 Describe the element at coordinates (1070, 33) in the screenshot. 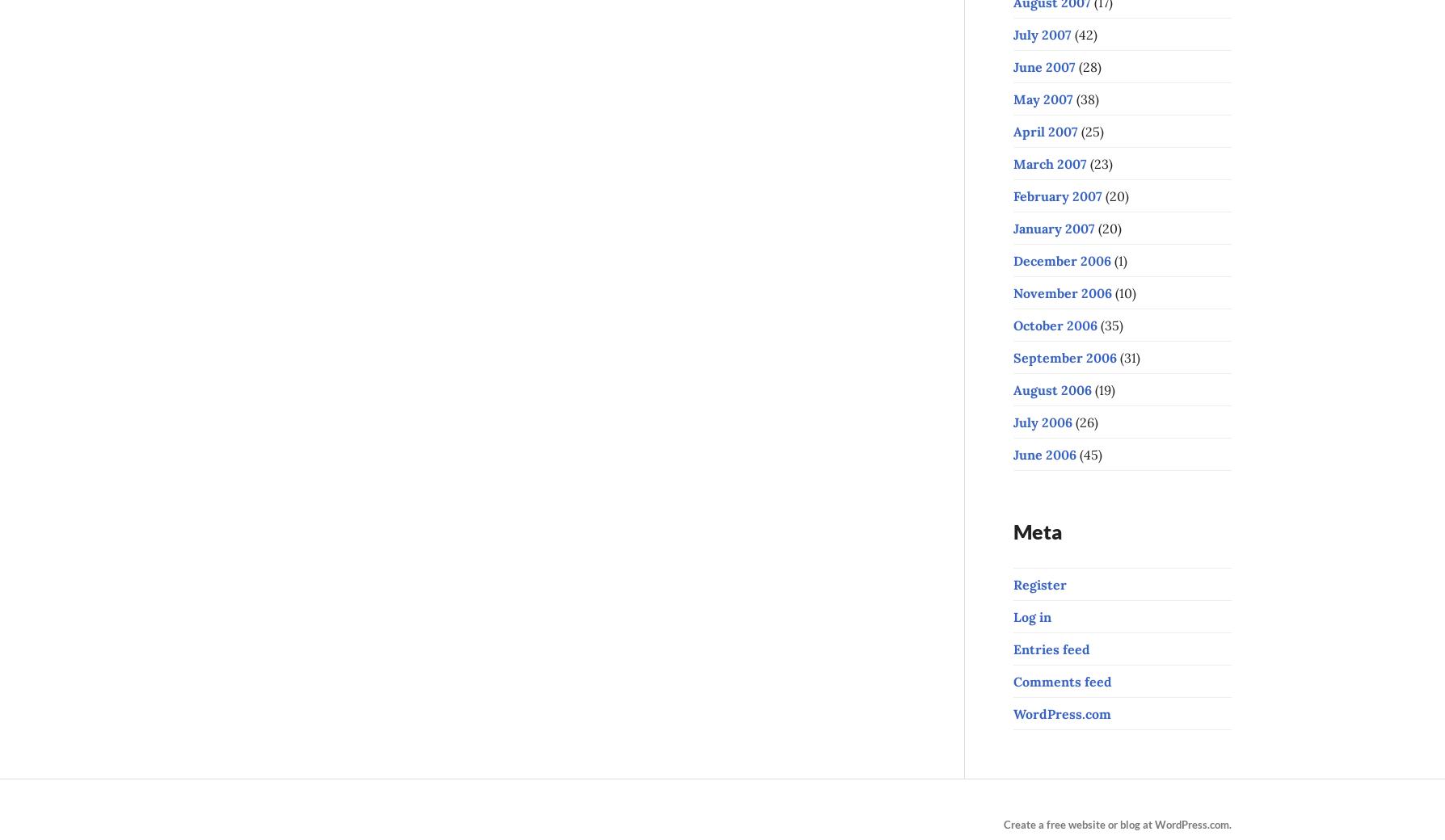

I see `'(42)'` at that location.